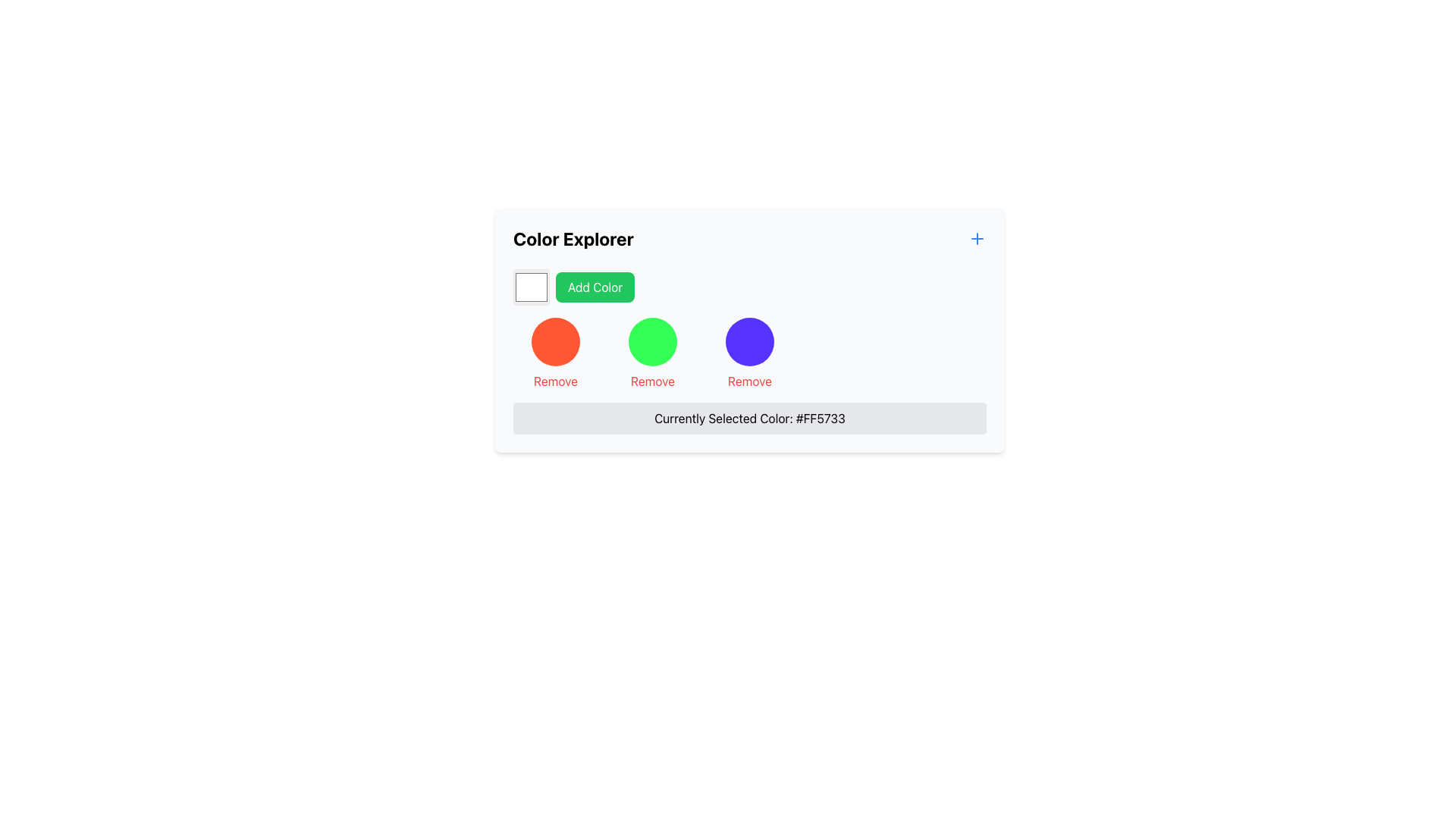 This screenshot has width=1456, height=819. I want to click on the text label displaying the hexadecimal color code '#FF5733' located within the gray bar labeled 'Currently Selected Color:' at the bottom of the interface, so click(820, 418).